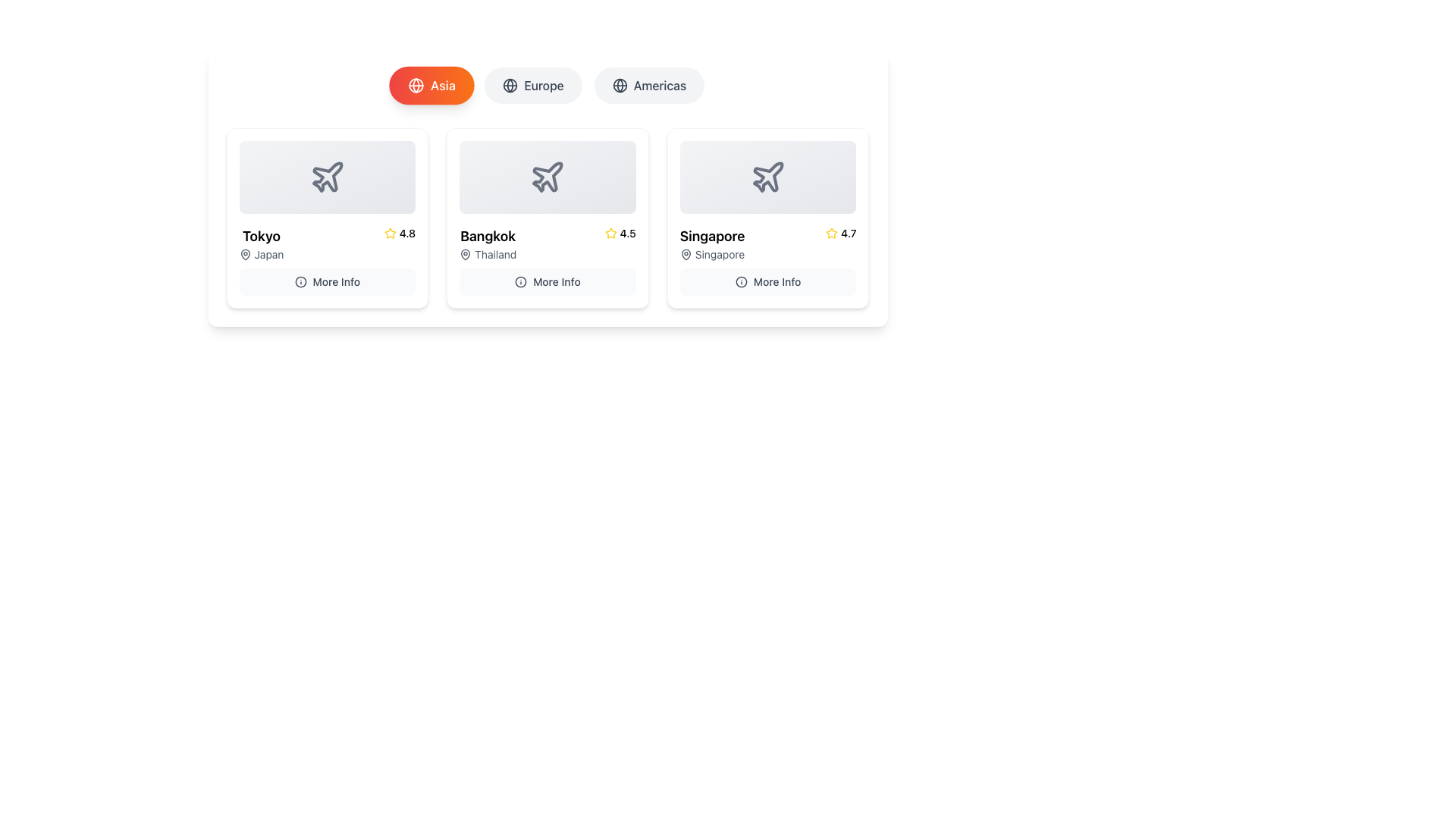  What do you see at coordinates (326, 177) in the screenshot?
I see `the airplane-shaped icon located at the top of the 'Tokyo, Japan' card to change its color from gray to blue` at bounding box center [326, 177].